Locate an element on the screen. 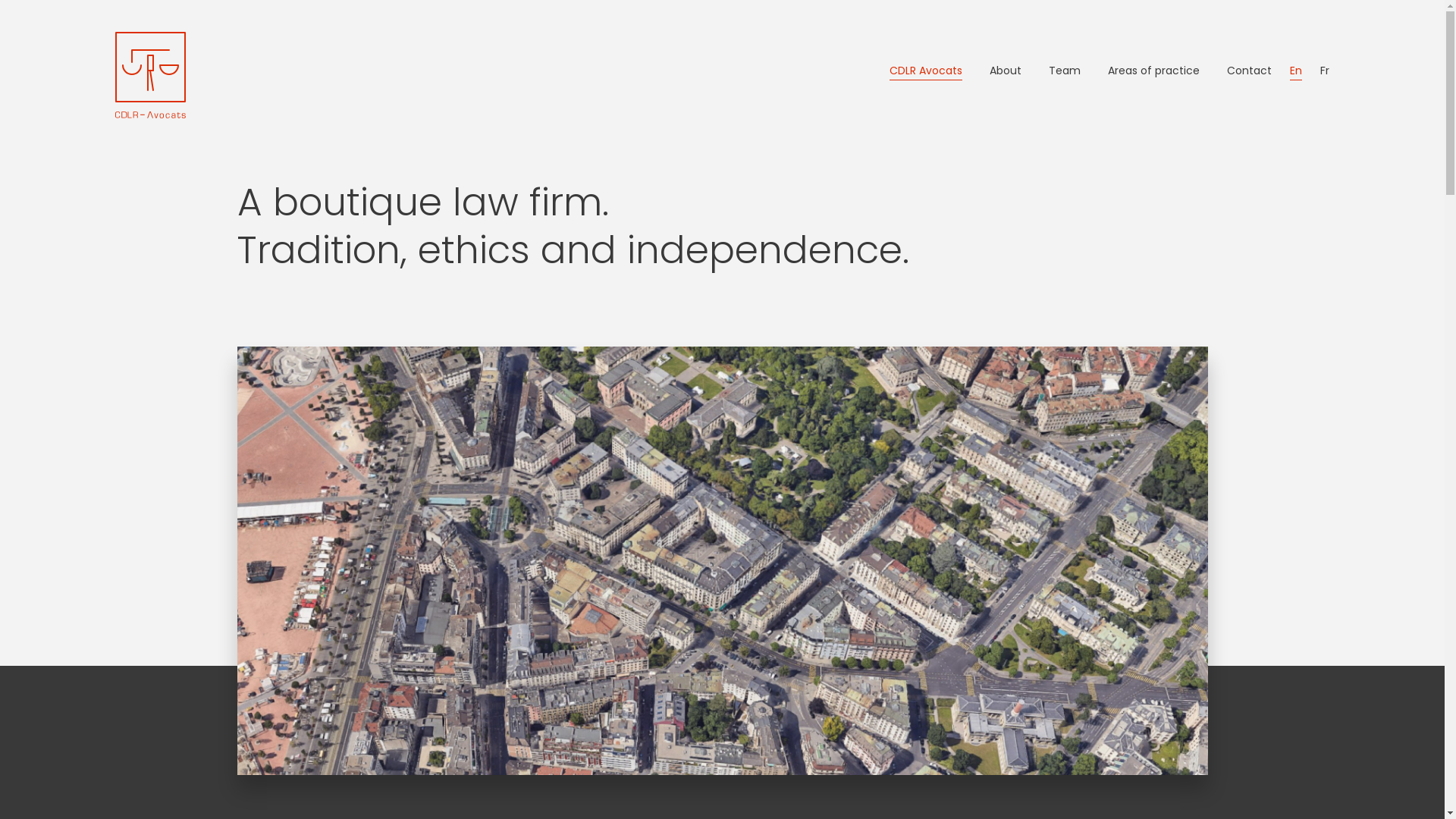 The height and width of the screenshot is (819, 1456). 'Fr' is located at coordinates (1324, 71).